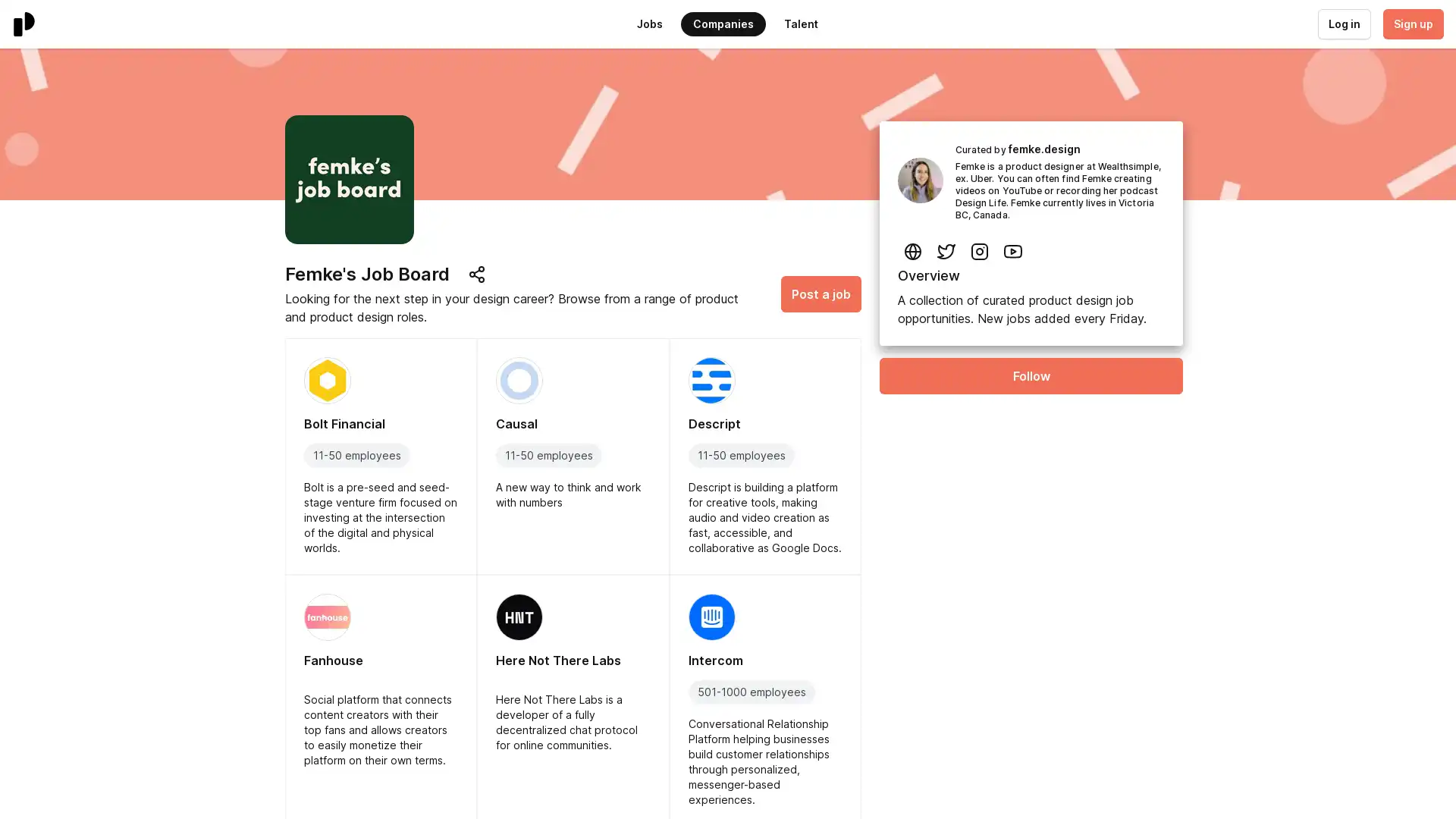 This screenshot has width=1456, height=819. Describe the element at coordinates (1343, 24) in the screenshot. I see `Log in` at that location.